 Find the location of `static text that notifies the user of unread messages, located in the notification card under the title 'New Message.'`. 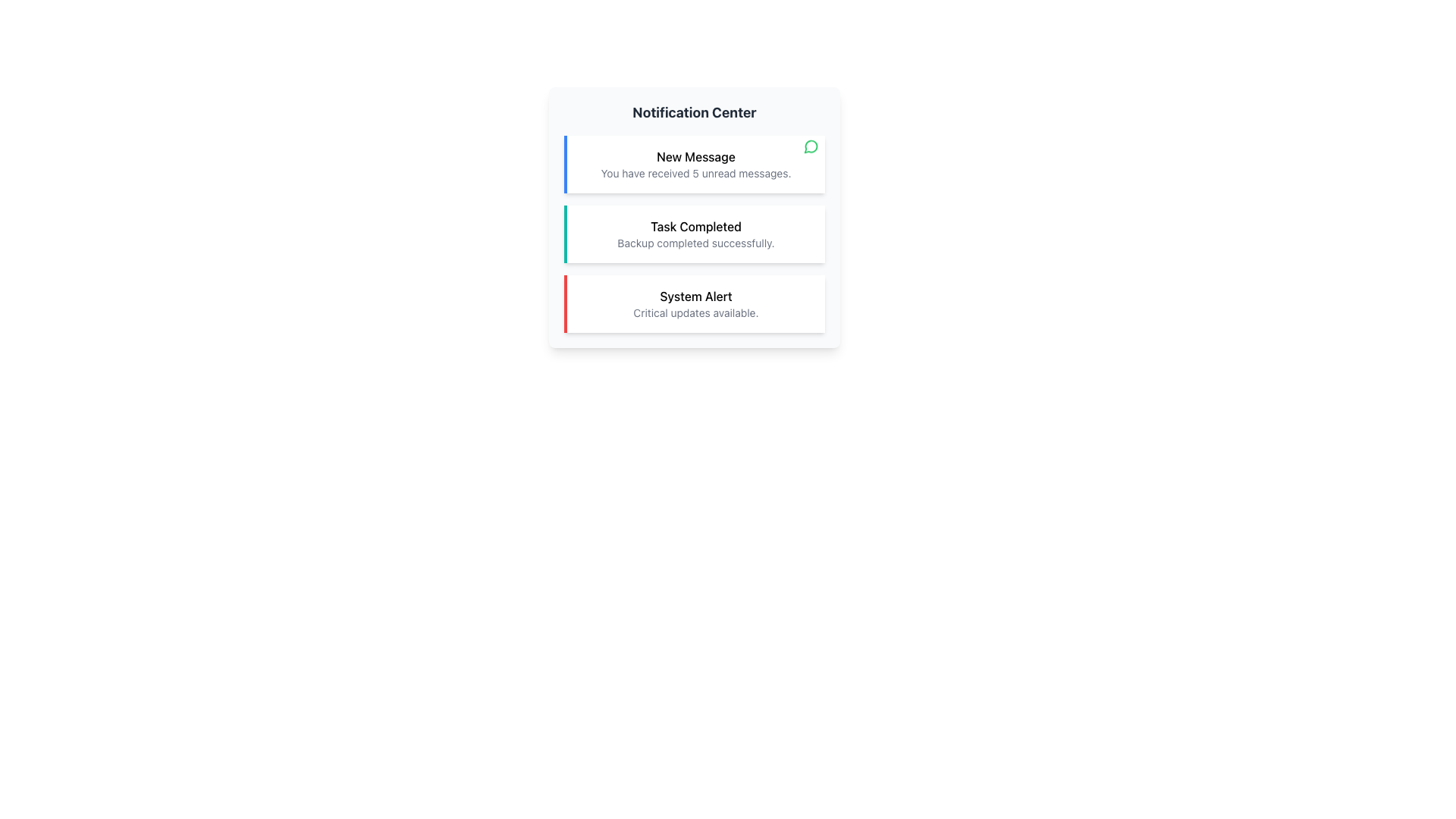

static text that notifies the user of unread messages, located in the notification card under the title 'New Message.' is located at coordinates (695, 172).